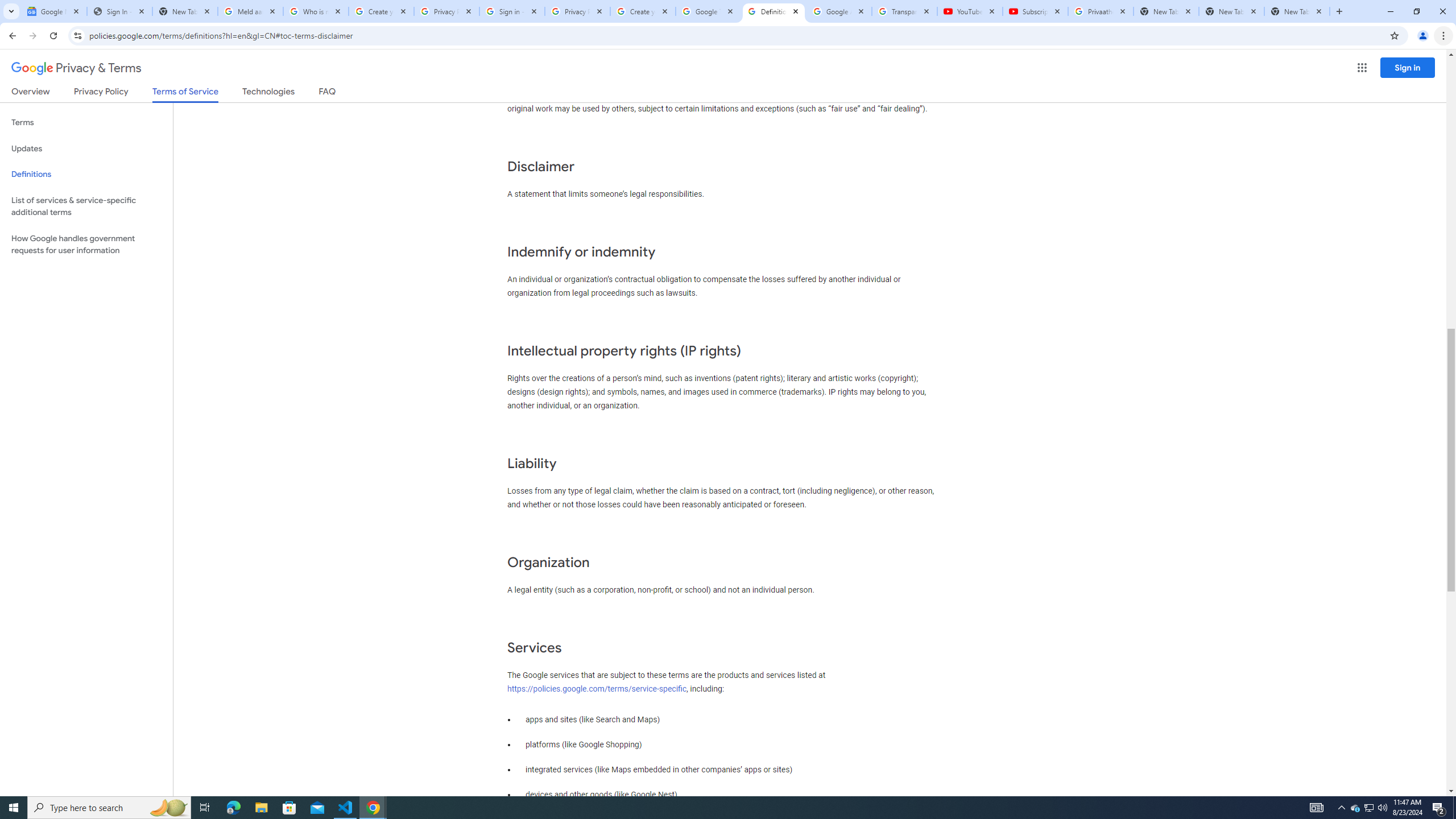 Image resolution: width=1456 pixels, height=819 pixels. What do you see at coordinates (1407, 67) in the screenshot?
I see `'Sign in'` at bounding box center [1407, 67].